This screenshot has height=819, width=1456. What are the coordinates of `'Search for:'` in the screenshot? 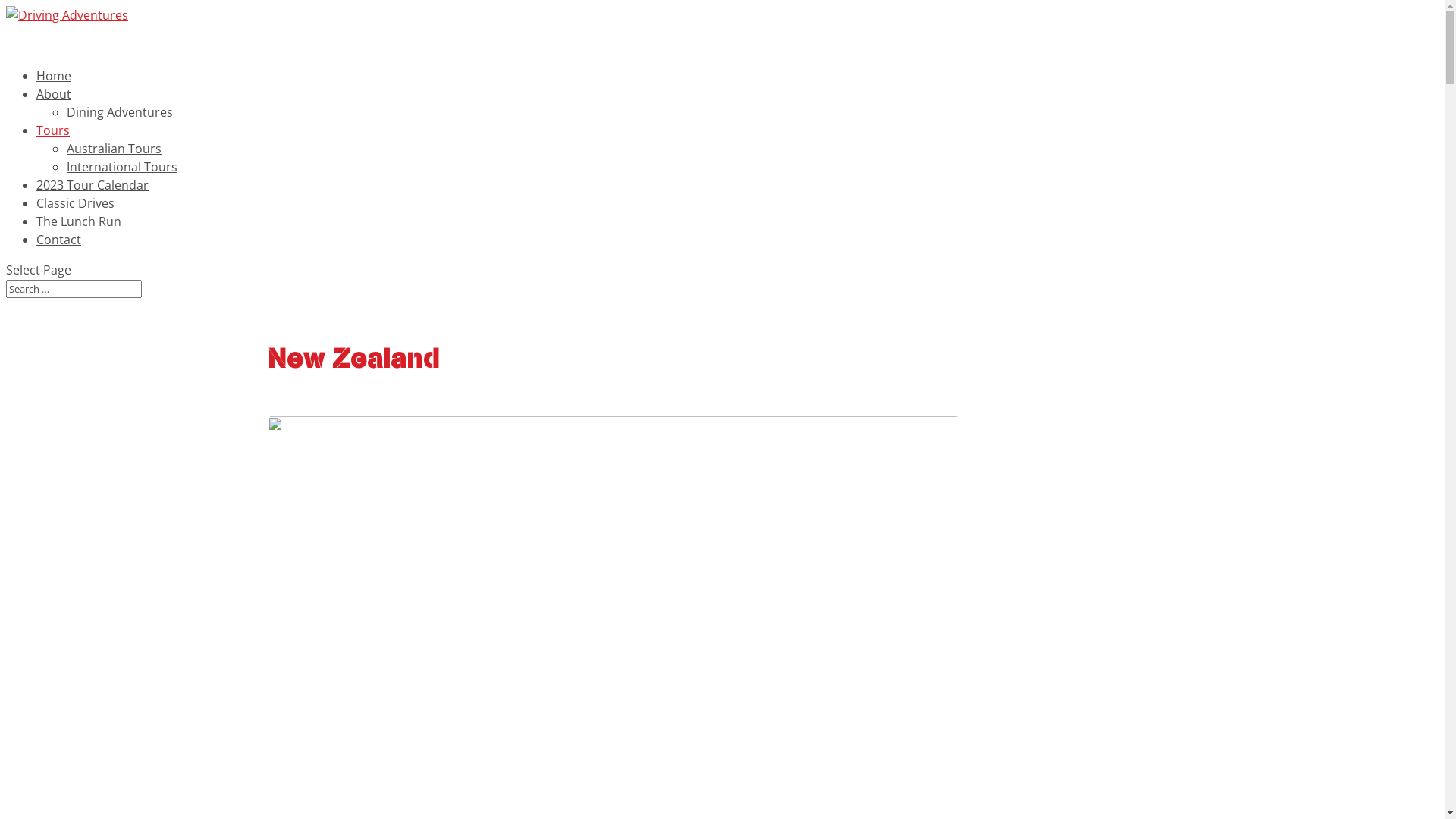 It's located at (73, 289).